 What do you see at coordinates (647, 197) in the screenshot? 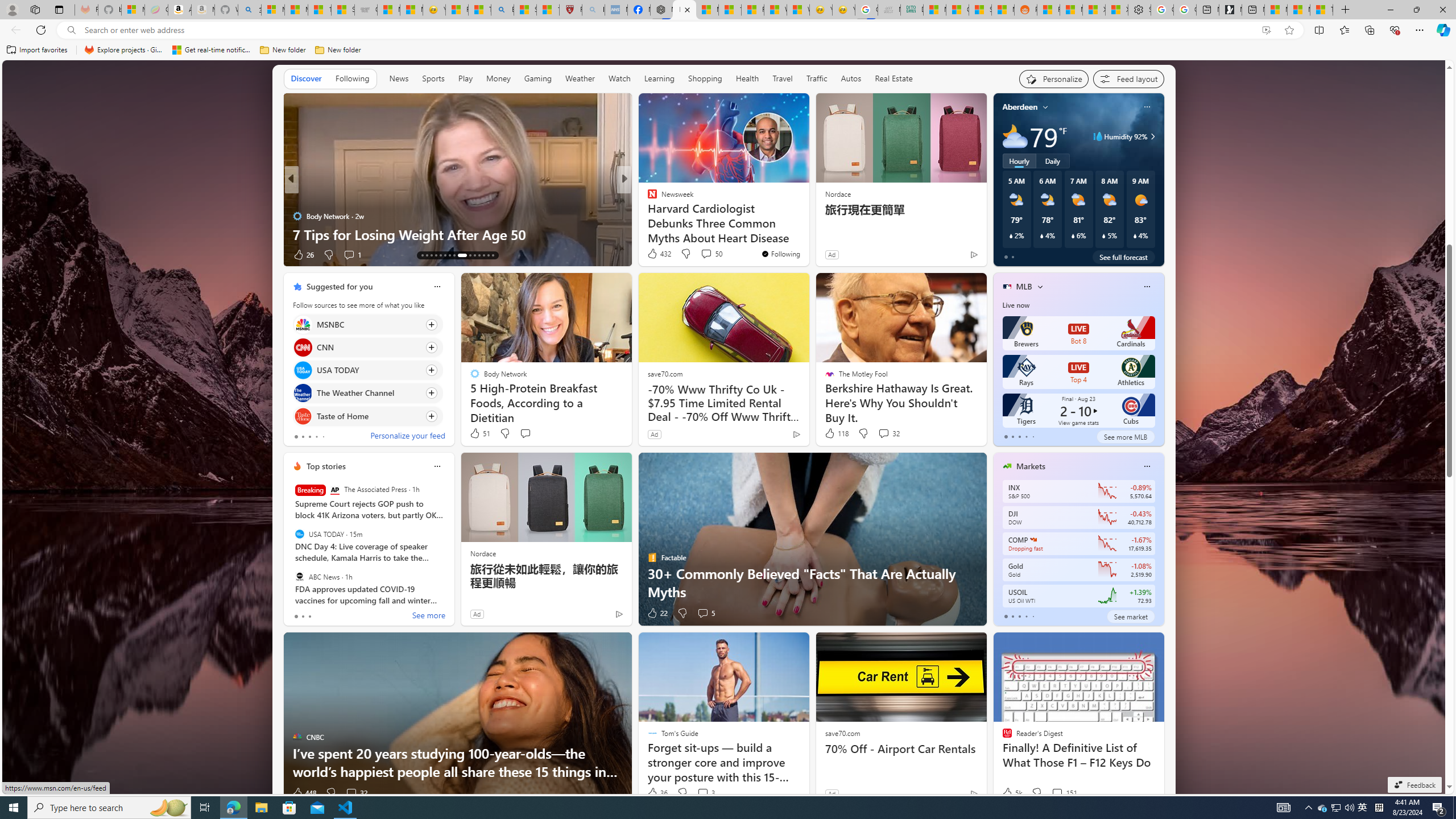
I see `'Moneywise'` at bounding box center [647, 197].